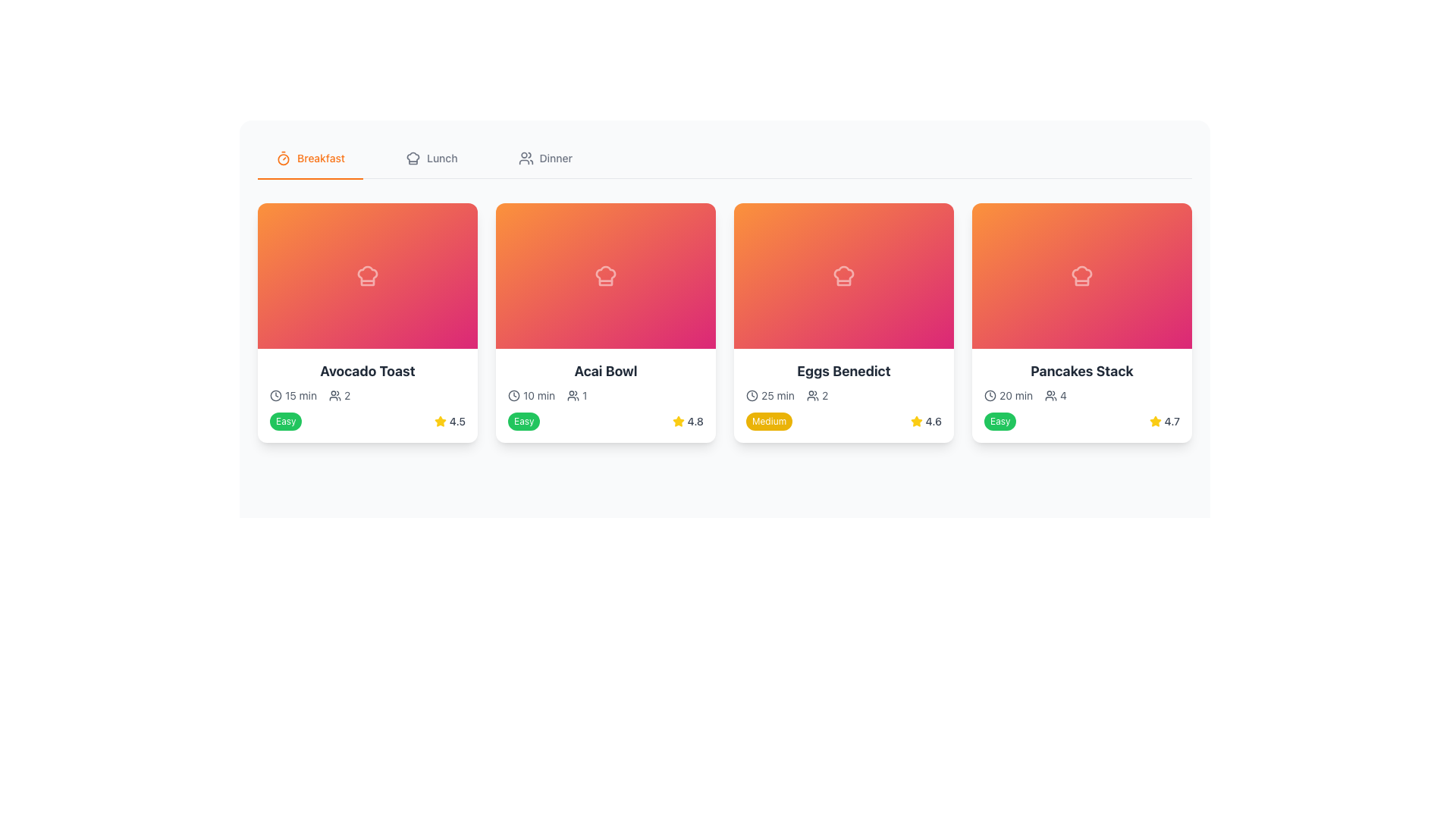 The height and width of the screenshot is (819, 1456). Describe the element at coordinates (811, 394) in the screenshot. I see `the user count icon located within the Eggs Benedict card, beneath the cooking time display and to the left of the text '2'` at that location.